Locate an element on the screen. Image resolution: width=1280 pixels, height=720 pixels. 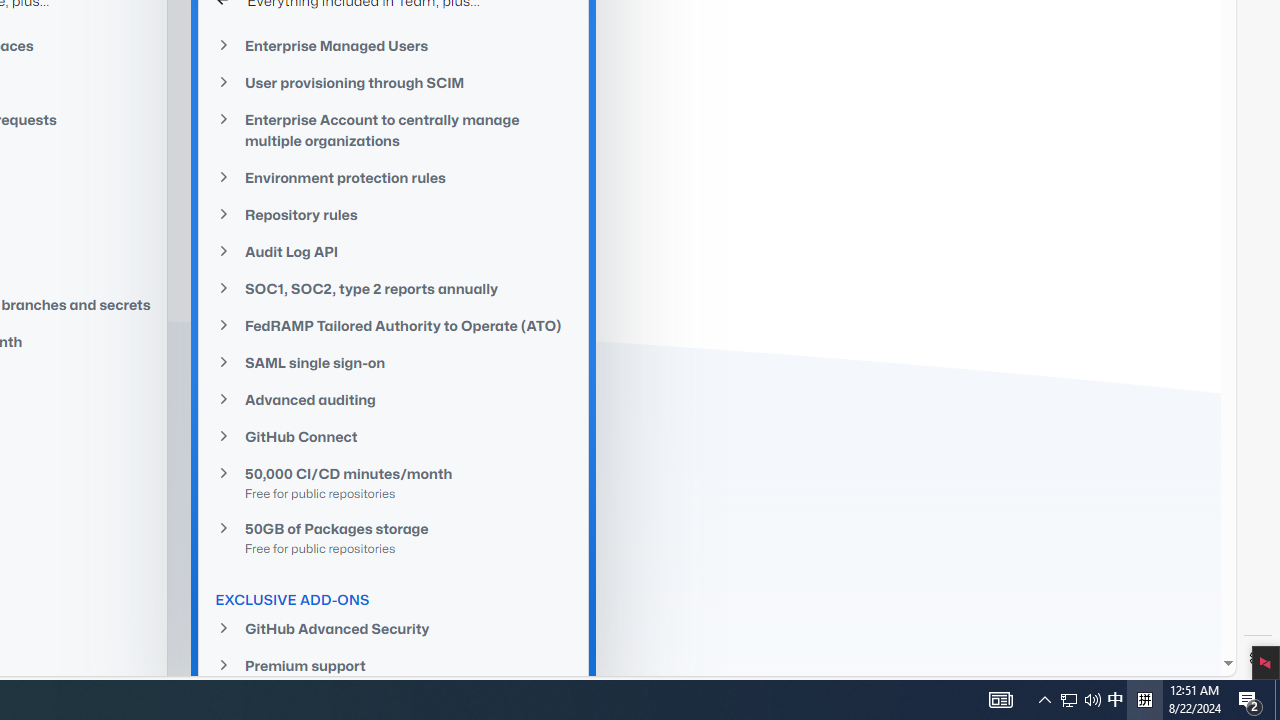
'SOC1, SOC2, type 2 reports annually' is located at coordinates (394, 288).